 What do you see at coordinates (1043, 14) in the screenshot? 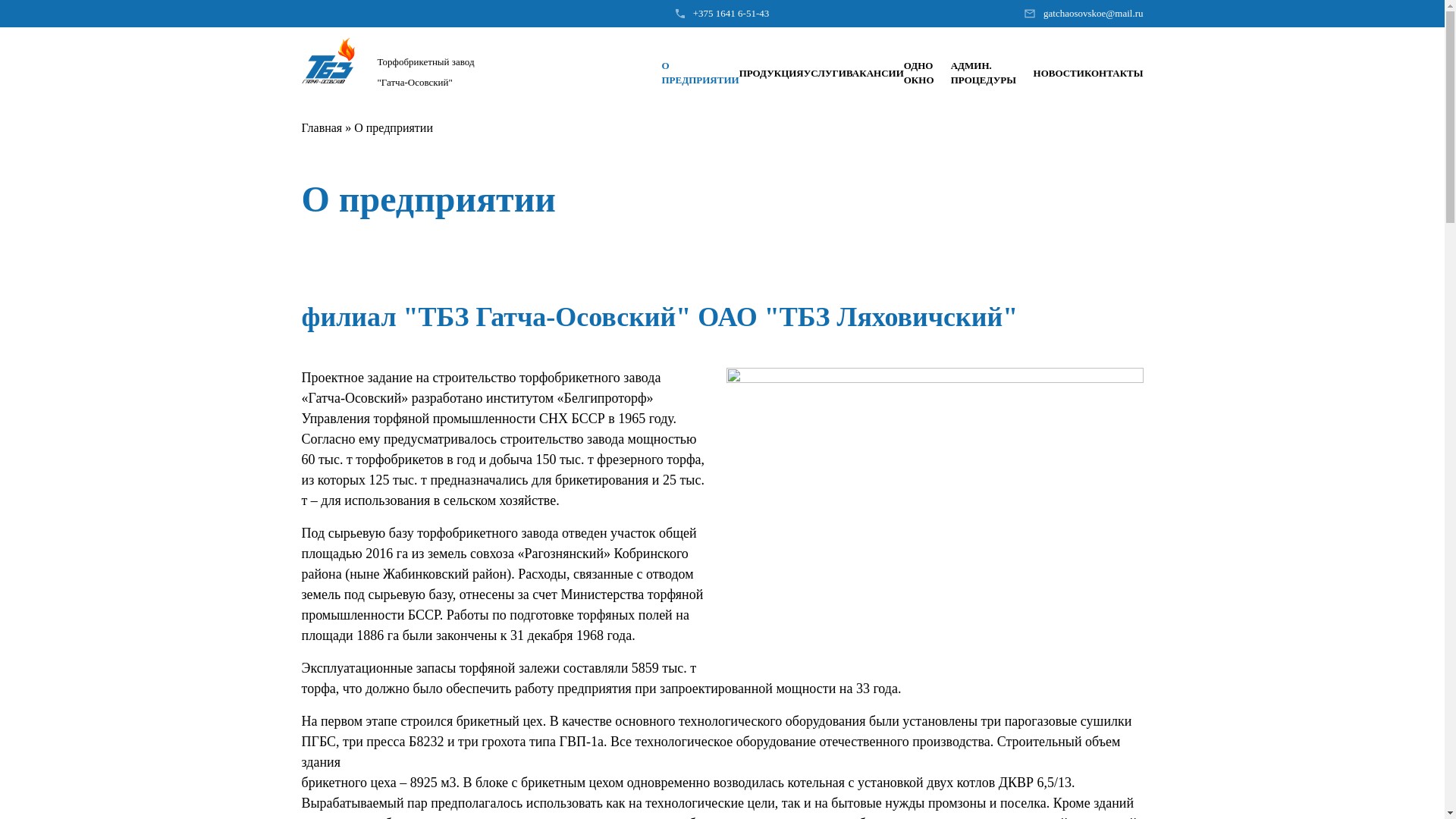
I see `'gatchaosovskoe@mail.ru'` at bounding box center [1043, 14].